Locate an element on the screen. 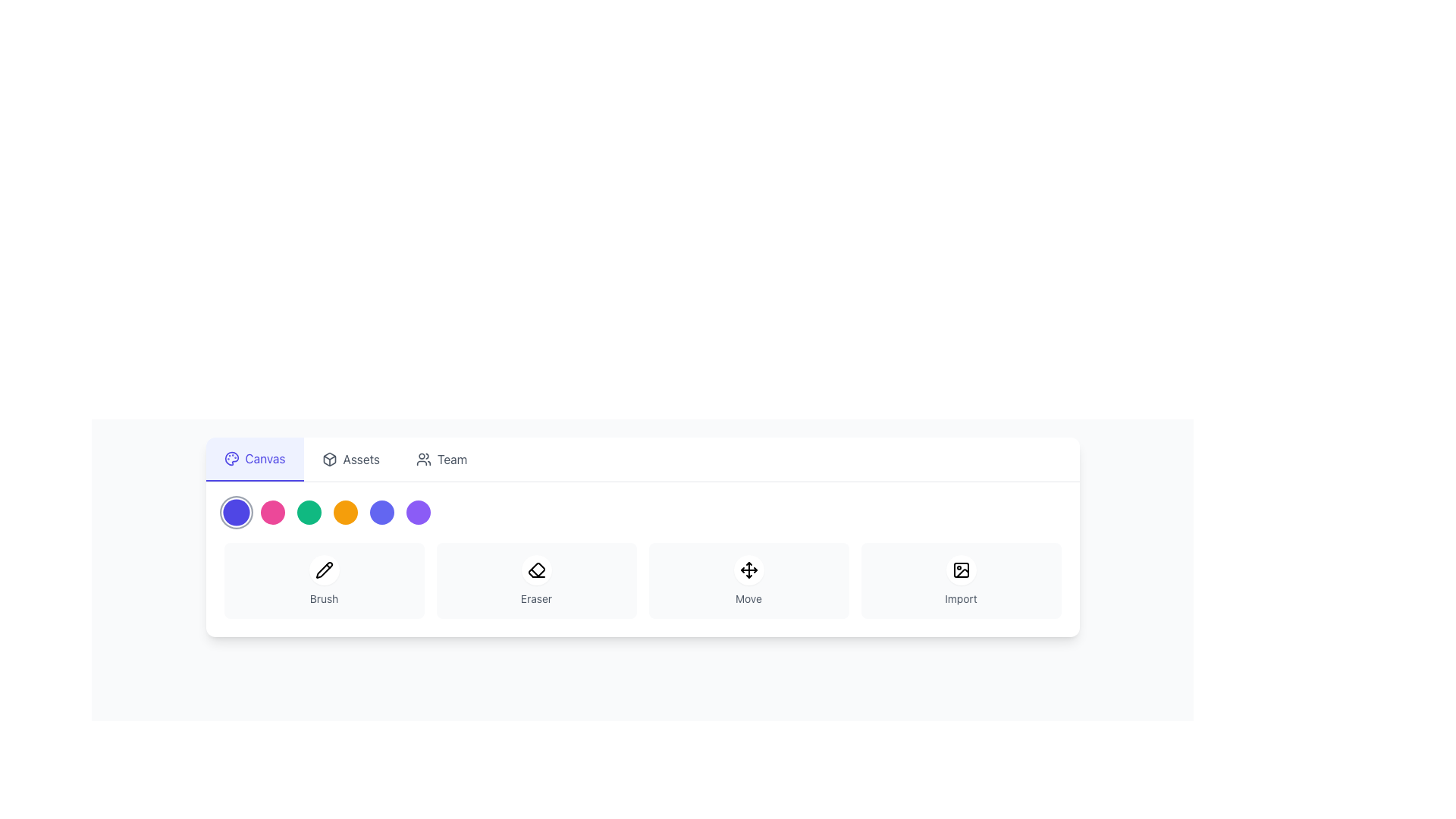 This screenshot has height=819, width=1456. static text label 'Brush' that is styled in small gray font, located below a pencil icon within a card-like structure is located at coordinates (323, 598).